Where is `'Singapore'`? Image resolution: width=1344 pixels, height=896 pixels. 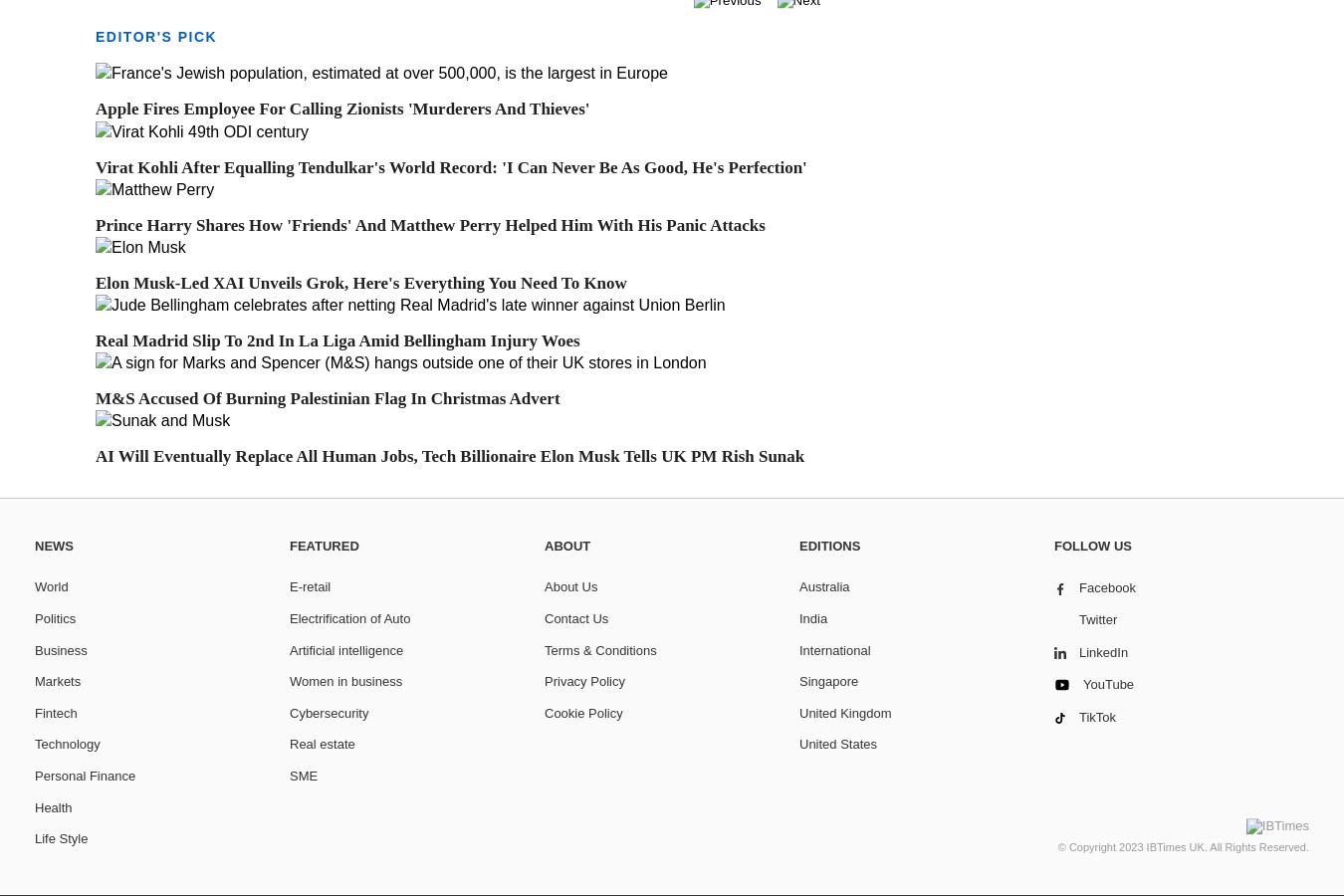
'Singapore' is located at coordinates (798, 680).